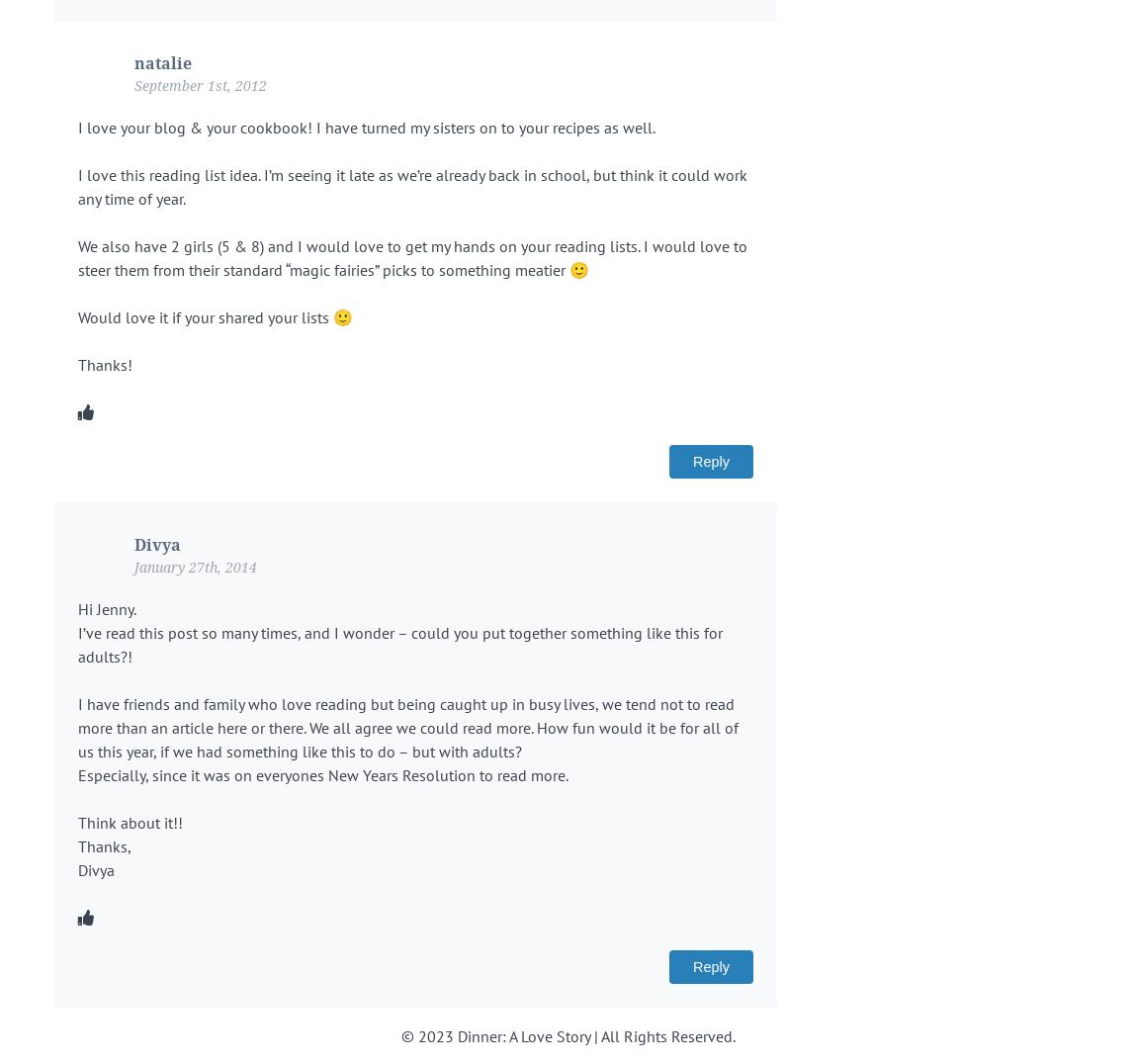 The width and height of the screenshot is (1137, 1064). What do you see at coordinates (130, 821) in the screenshot?
I see `'Think about it!!'` at bounding box center [130, 821].